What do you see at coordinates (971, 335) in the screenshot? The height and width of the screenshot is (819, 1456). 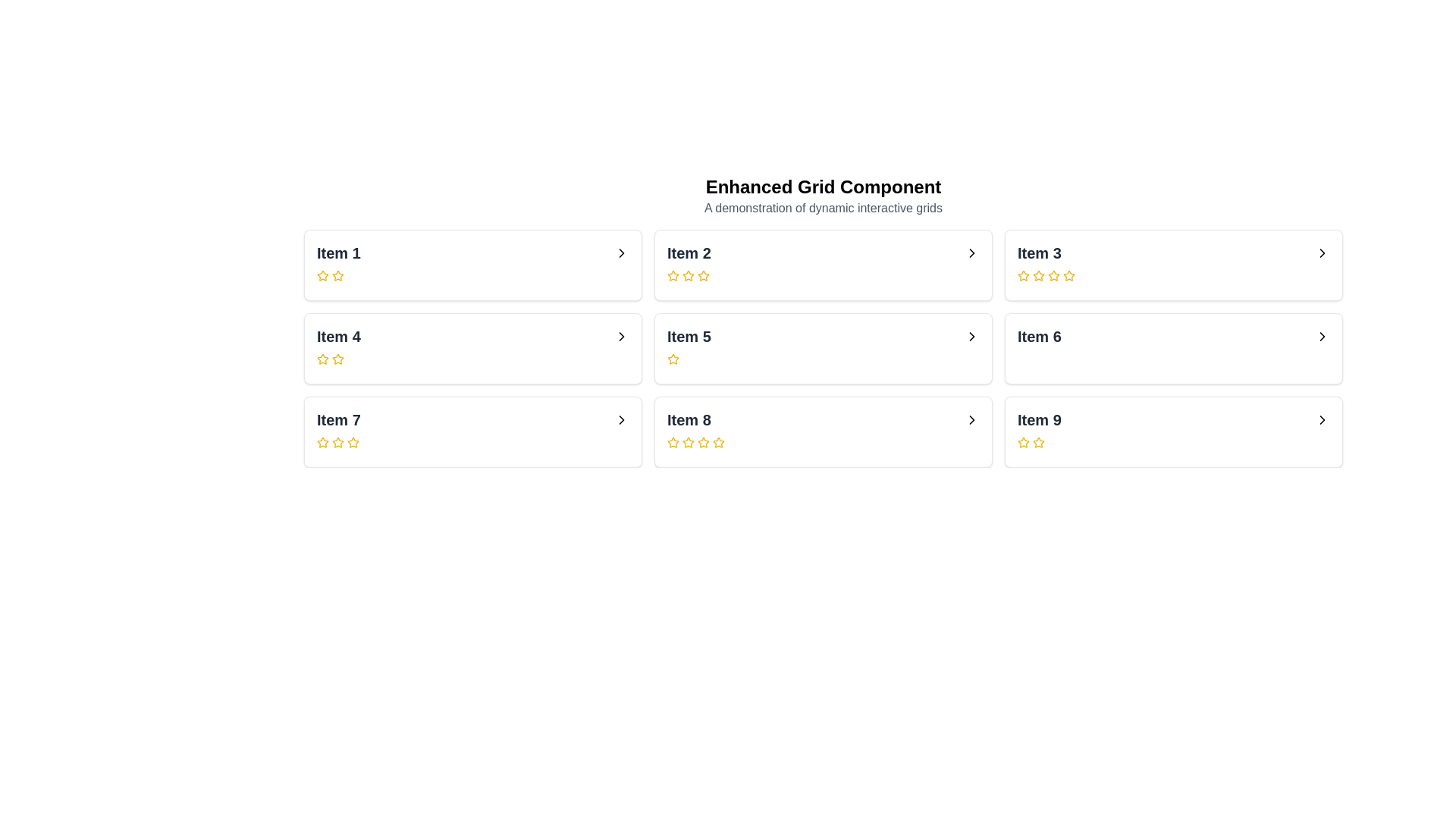 I see `the right chevron icon button in the row for 'Item 5'` at bounding box center [971, 335].